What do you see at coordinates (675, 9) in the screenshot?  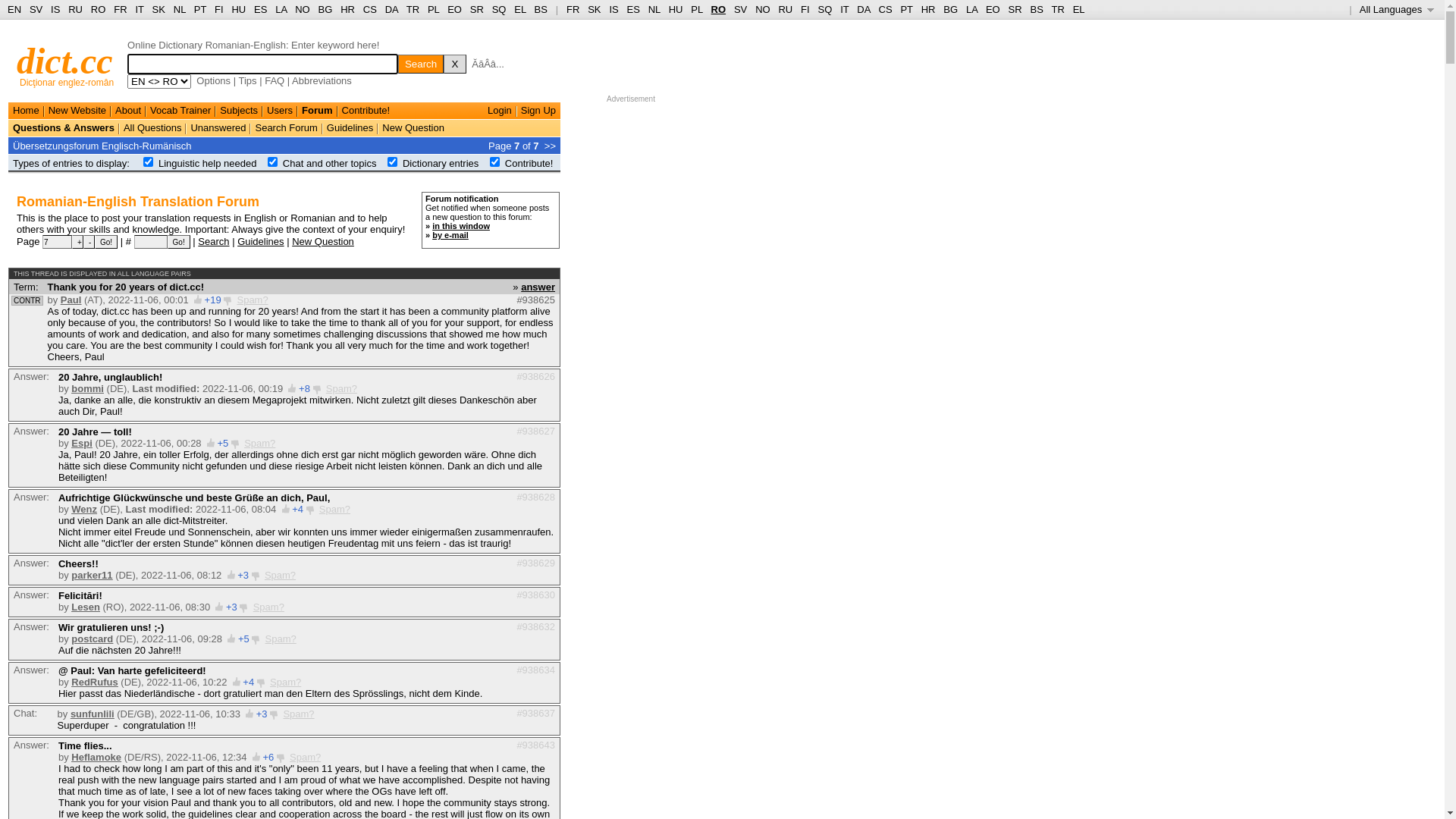 I see `'HU'` at bounding box center [675, 9].